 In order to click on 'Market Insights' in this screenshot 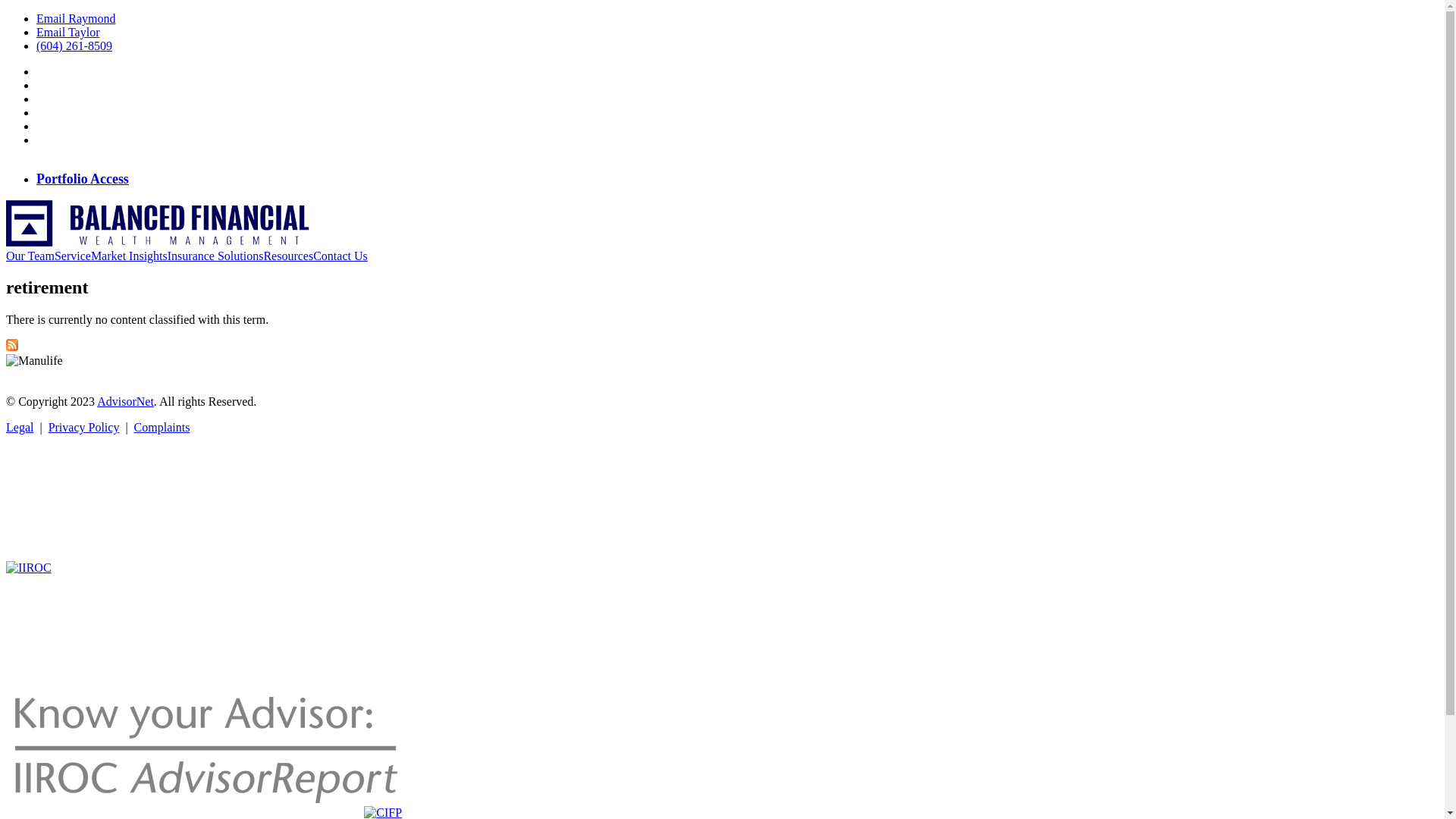, I will do `click(129, 256)`.